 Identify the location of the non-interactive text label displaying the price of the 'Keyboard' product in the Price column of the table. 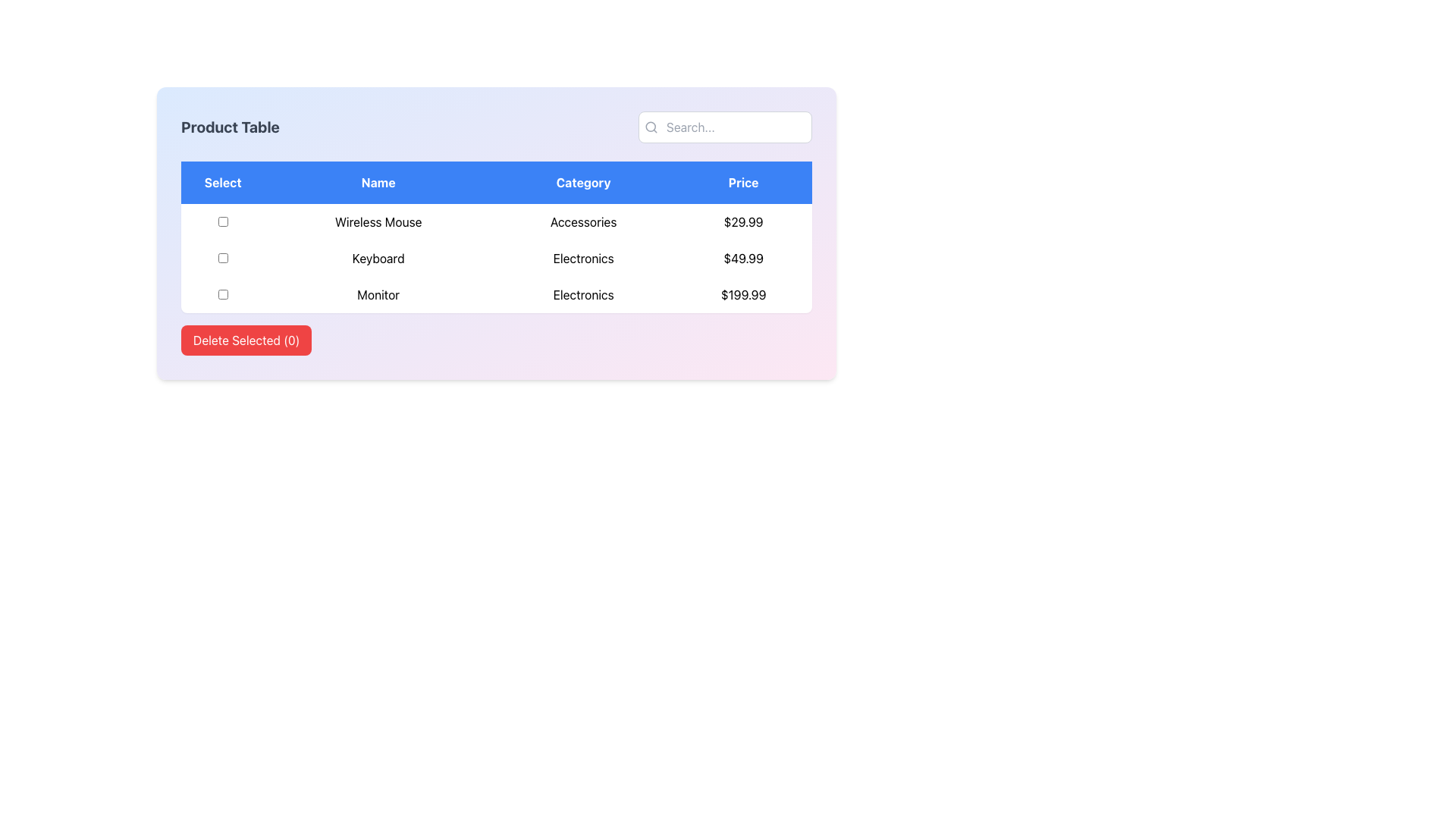
(743, 257).